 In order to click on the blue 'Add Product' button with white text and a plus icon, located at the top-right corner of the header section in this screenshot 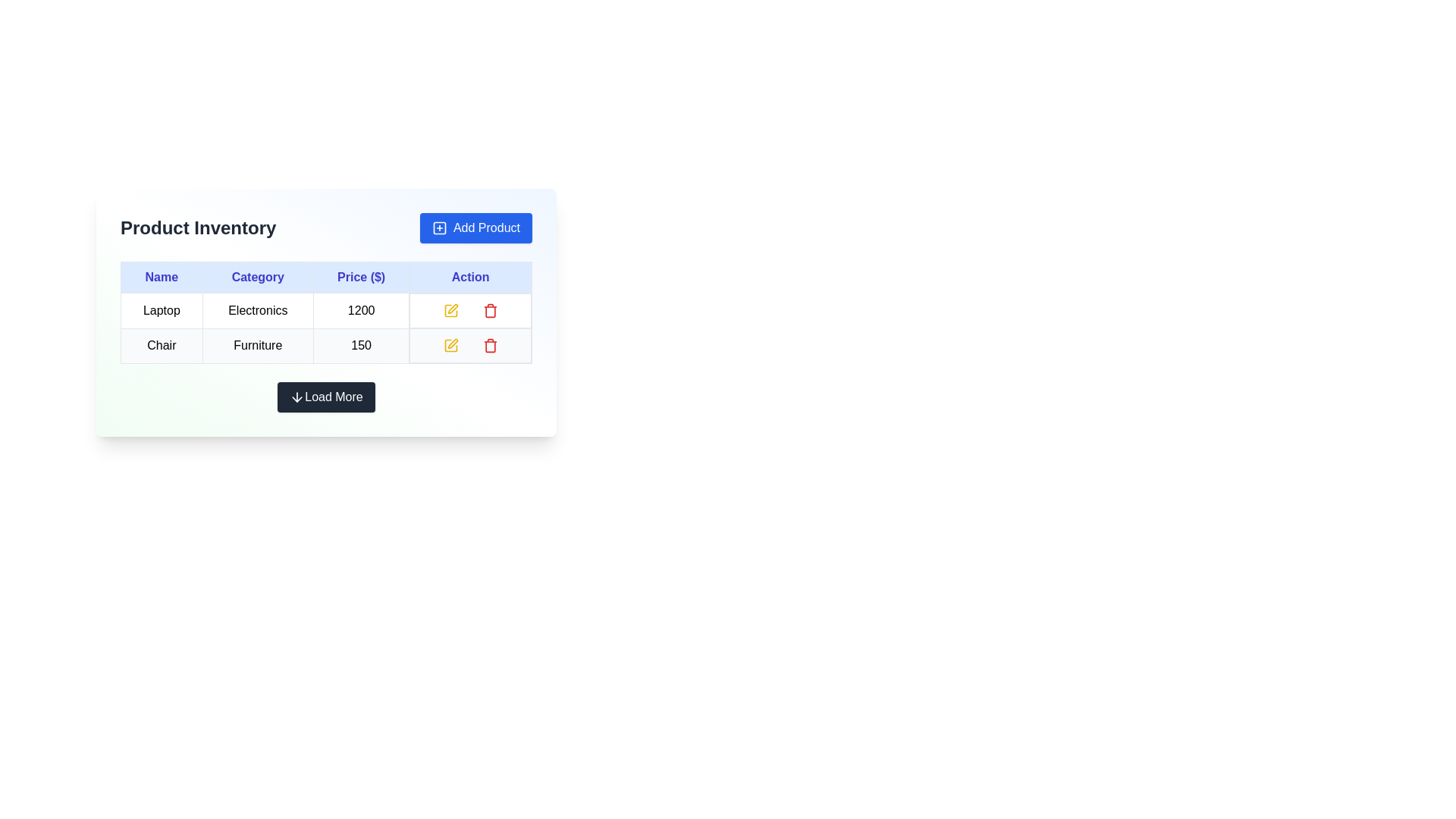, I will do `click(475, 227)`.